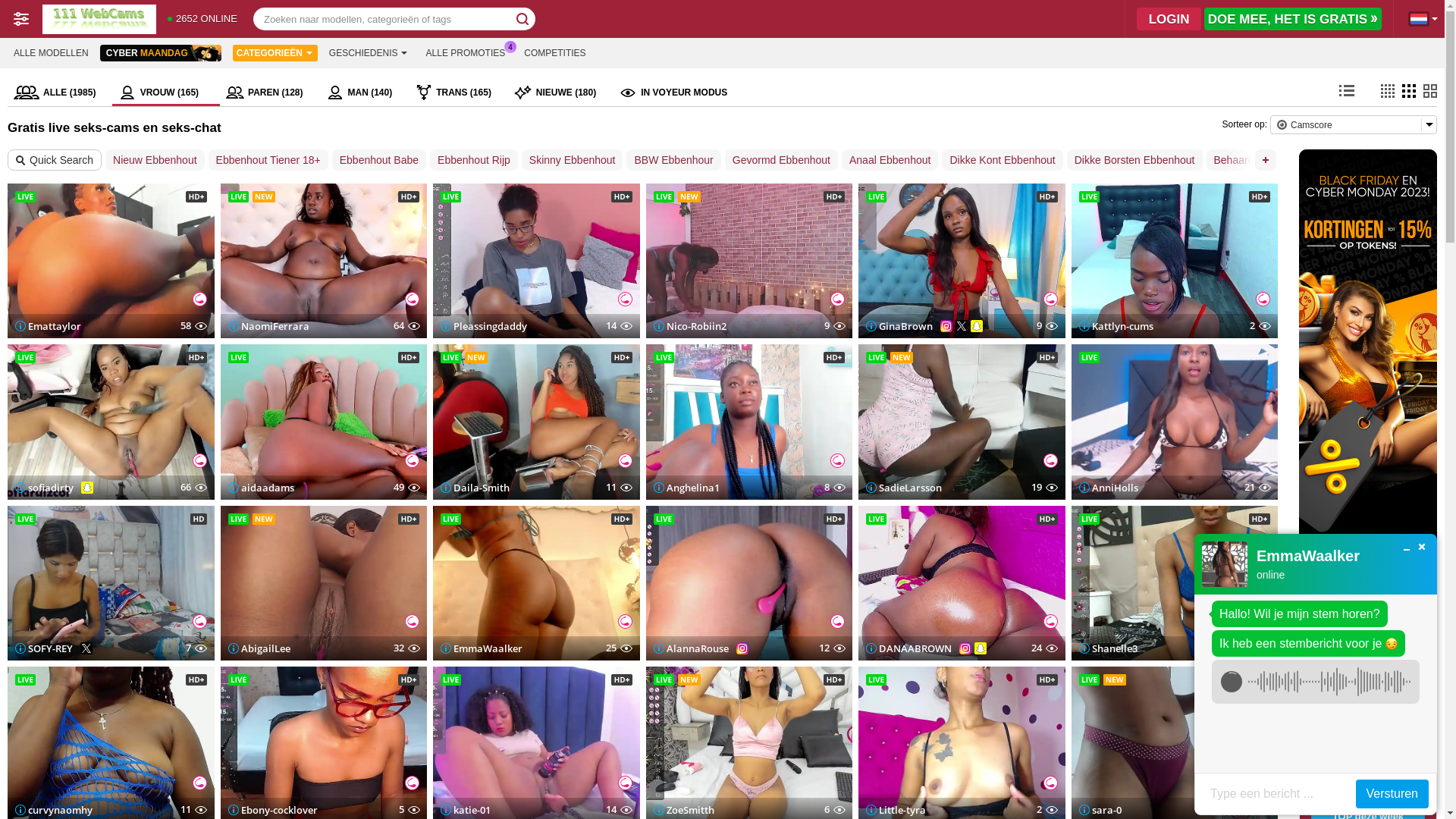  Describe the element at coordinates (268, 325) in the screenshot. I see `'NaomiFerrara'` at that location.